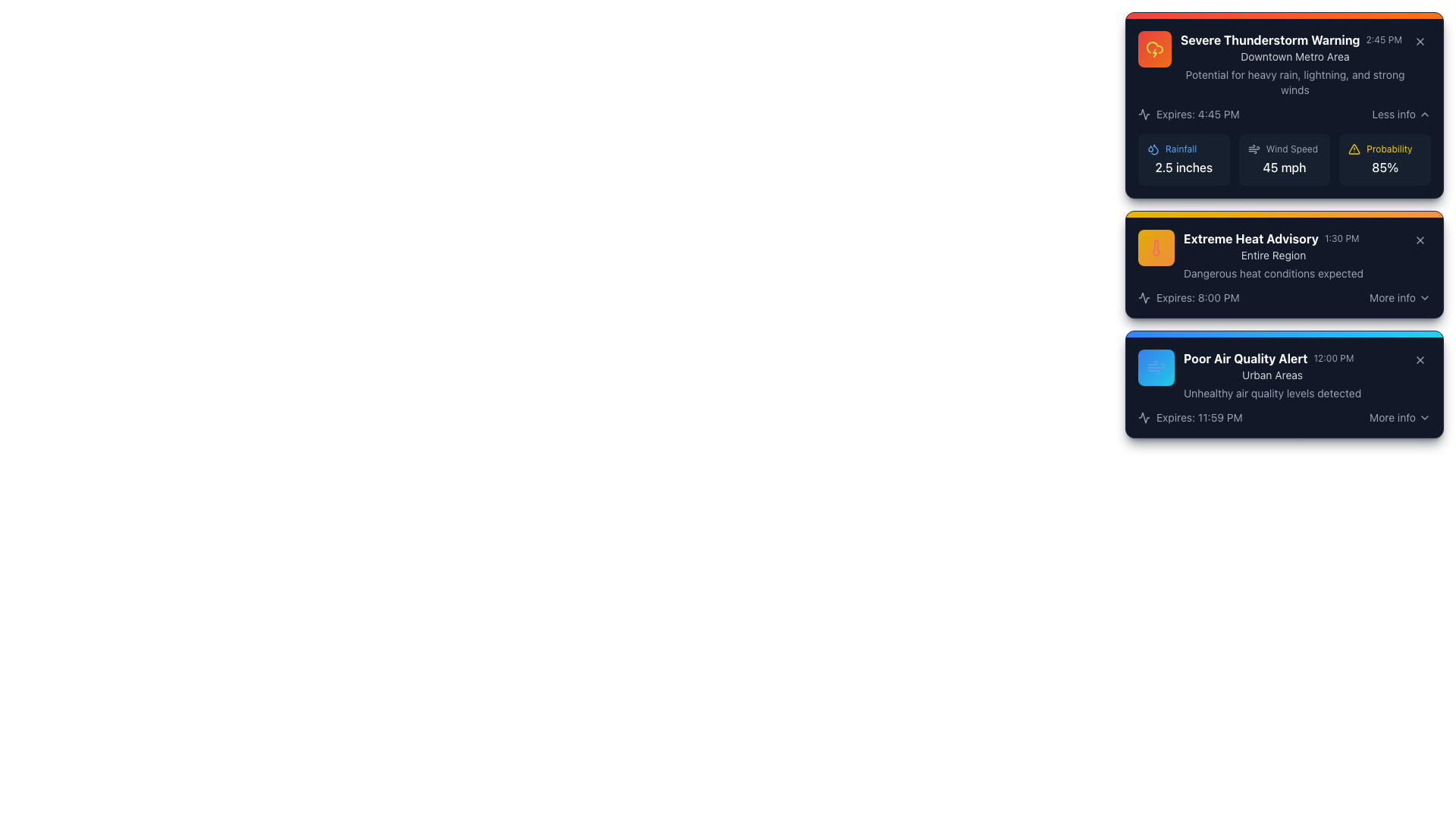 The image size is (1456, 819). I want to click on the icon adjacent to the 'More info' button in the 'Poor Air Quality Alert' card, so click(1423, 418).